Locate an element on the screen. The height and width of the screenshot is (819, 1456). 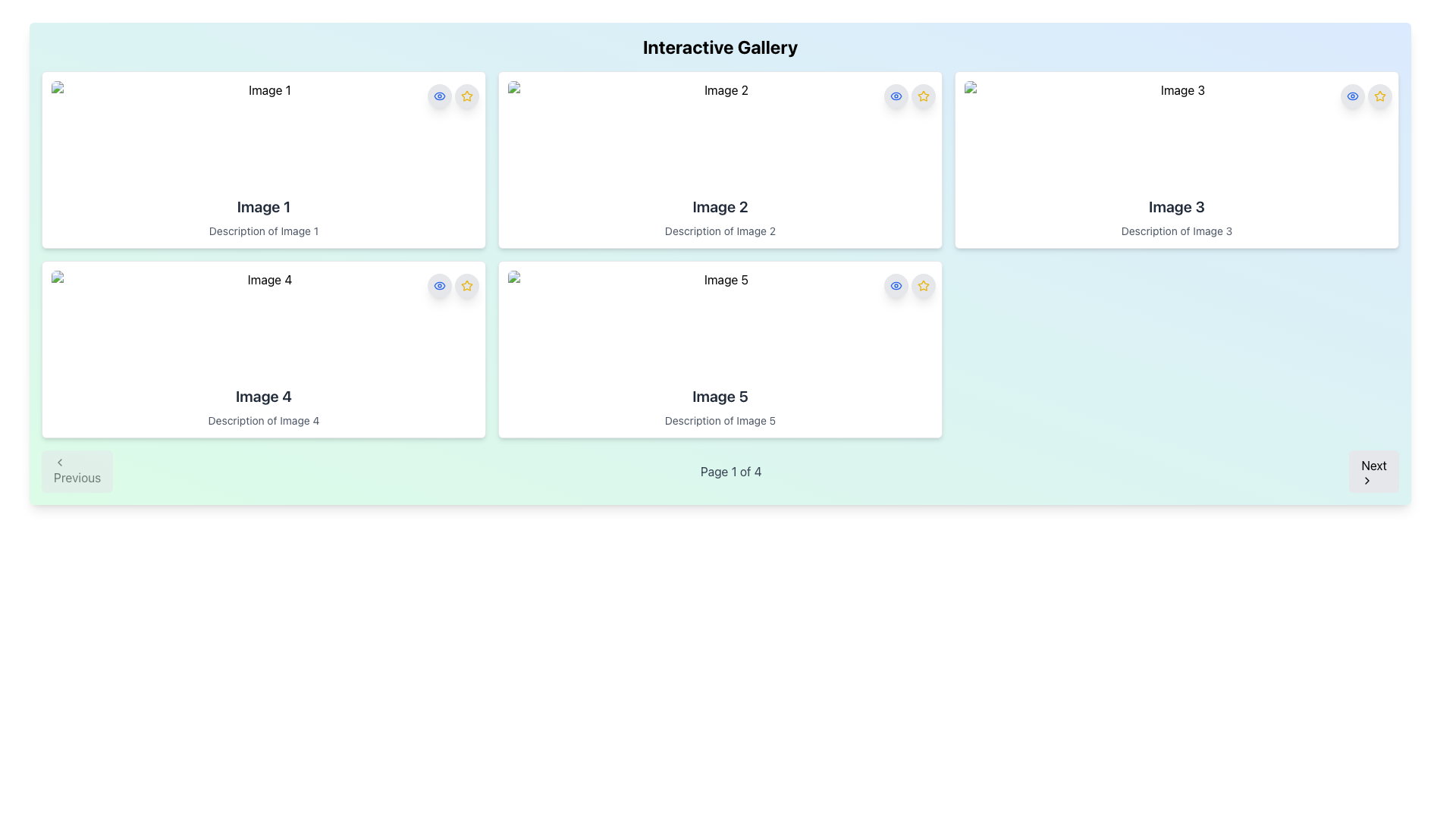
the text label displaying 'Description of Image 2' located beneath the title 'Image 2' within the second card of a grid layout is located at coordinates (720, 231).